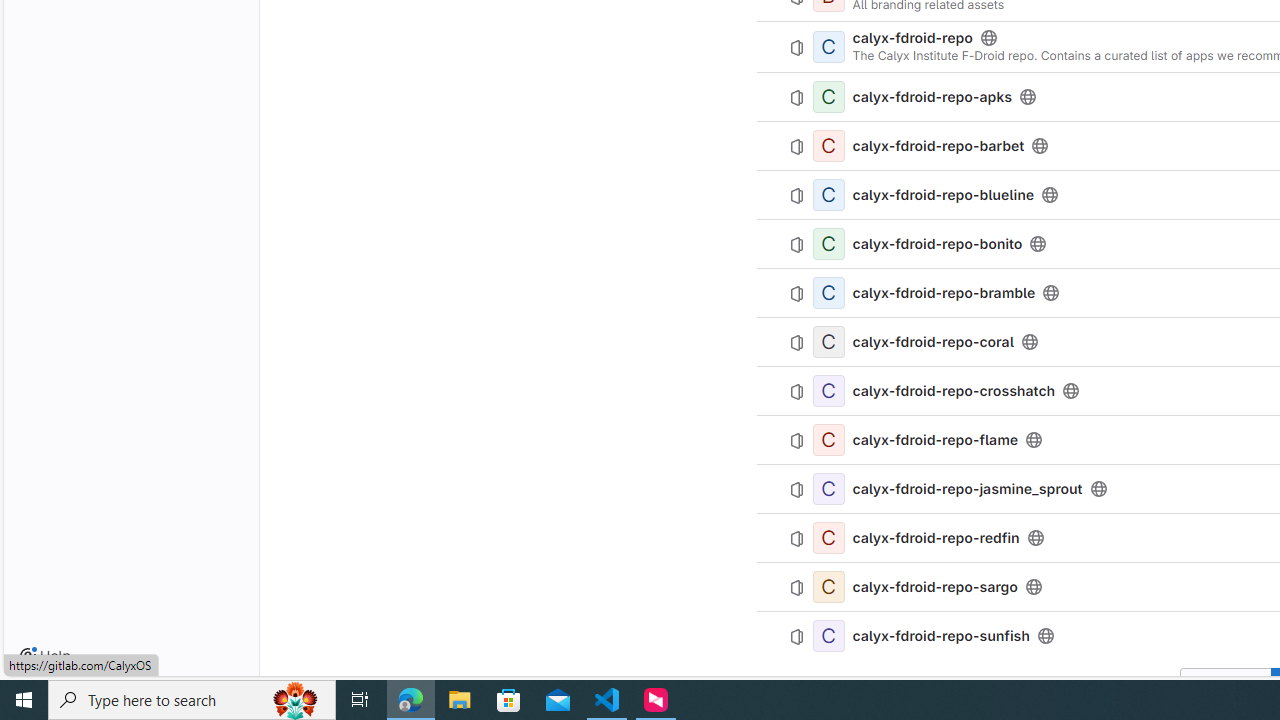 Image resolution: width=1280 pixels, height=720 pixels. What do you see at coordinates (936, 243) in the screenshot?
I see `'calyx-fdroid-repo-bonito'` at bounding box center [936, 243].